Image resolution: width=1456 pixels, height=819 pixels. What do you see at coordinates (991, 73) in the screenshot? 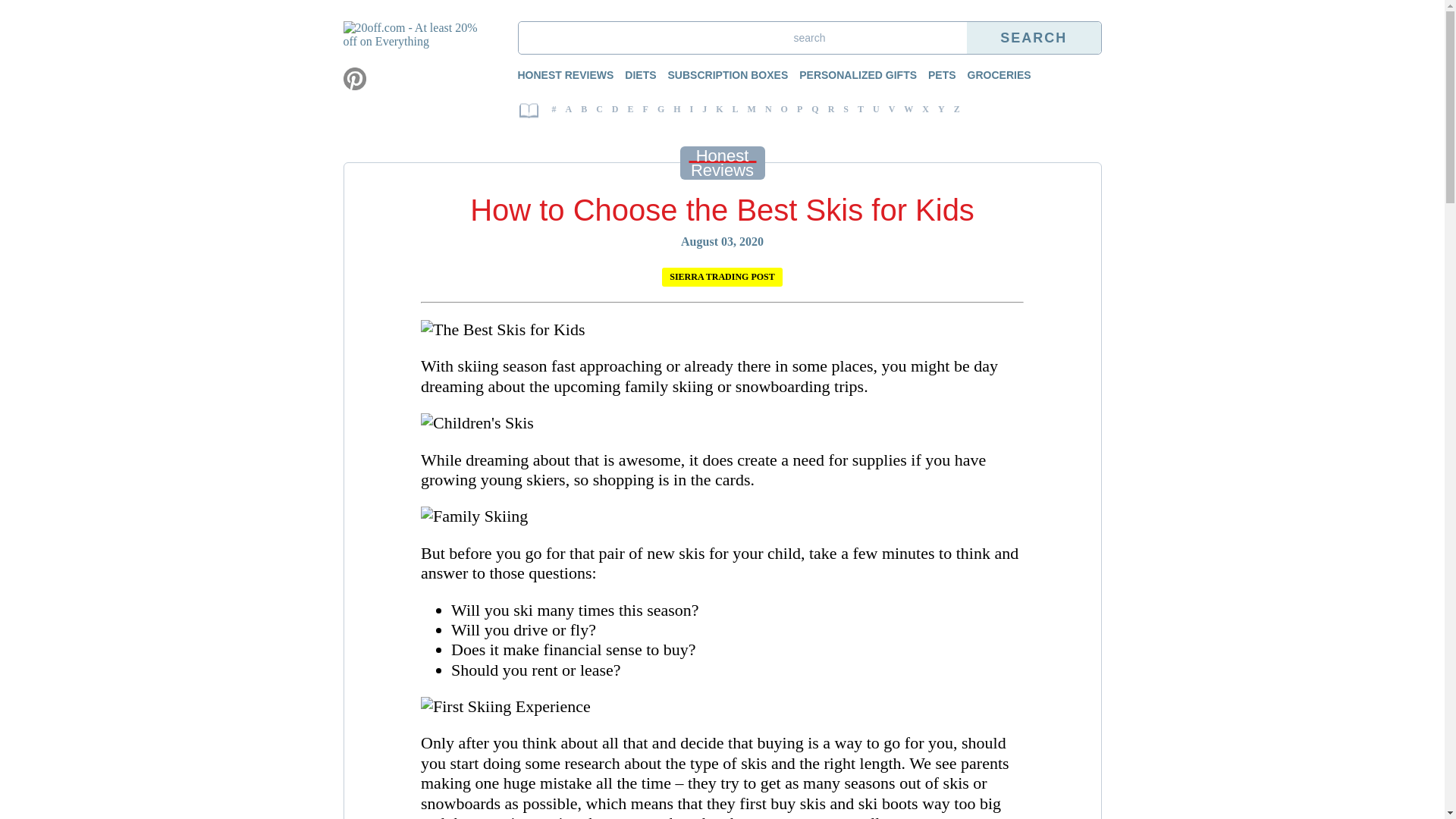
I see `'GROCERIES'` at bounding box center [991, 73].